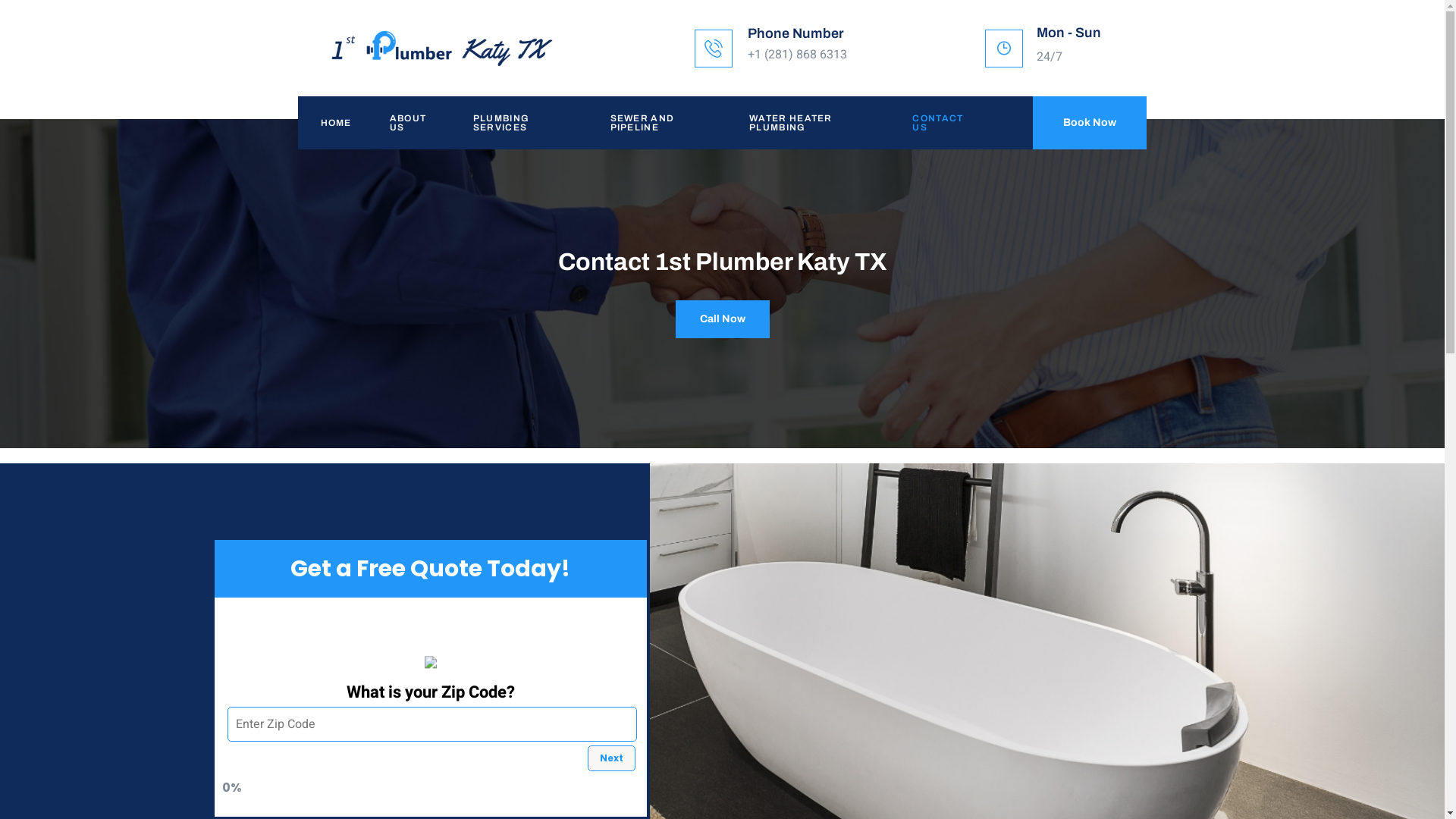 The image size is (1456, 819). What do you see at coordinates (408, 122) in the screenshot?
I see `'ABOUT US'` at bounding box center [408, 122].